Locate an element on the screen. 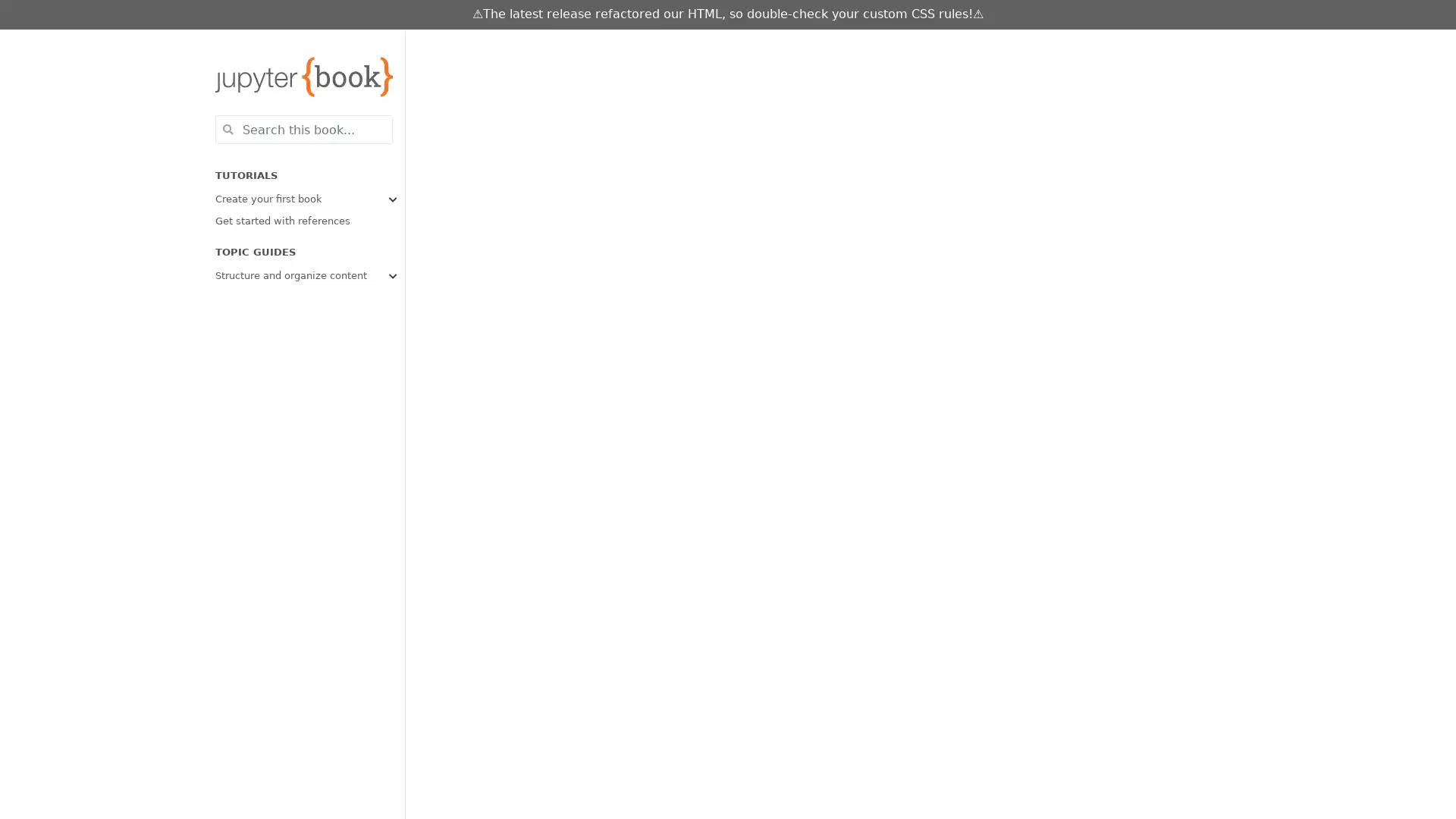 This screenshot has width=1456, height=819. Source repositories is located at coordinates (987, 45).